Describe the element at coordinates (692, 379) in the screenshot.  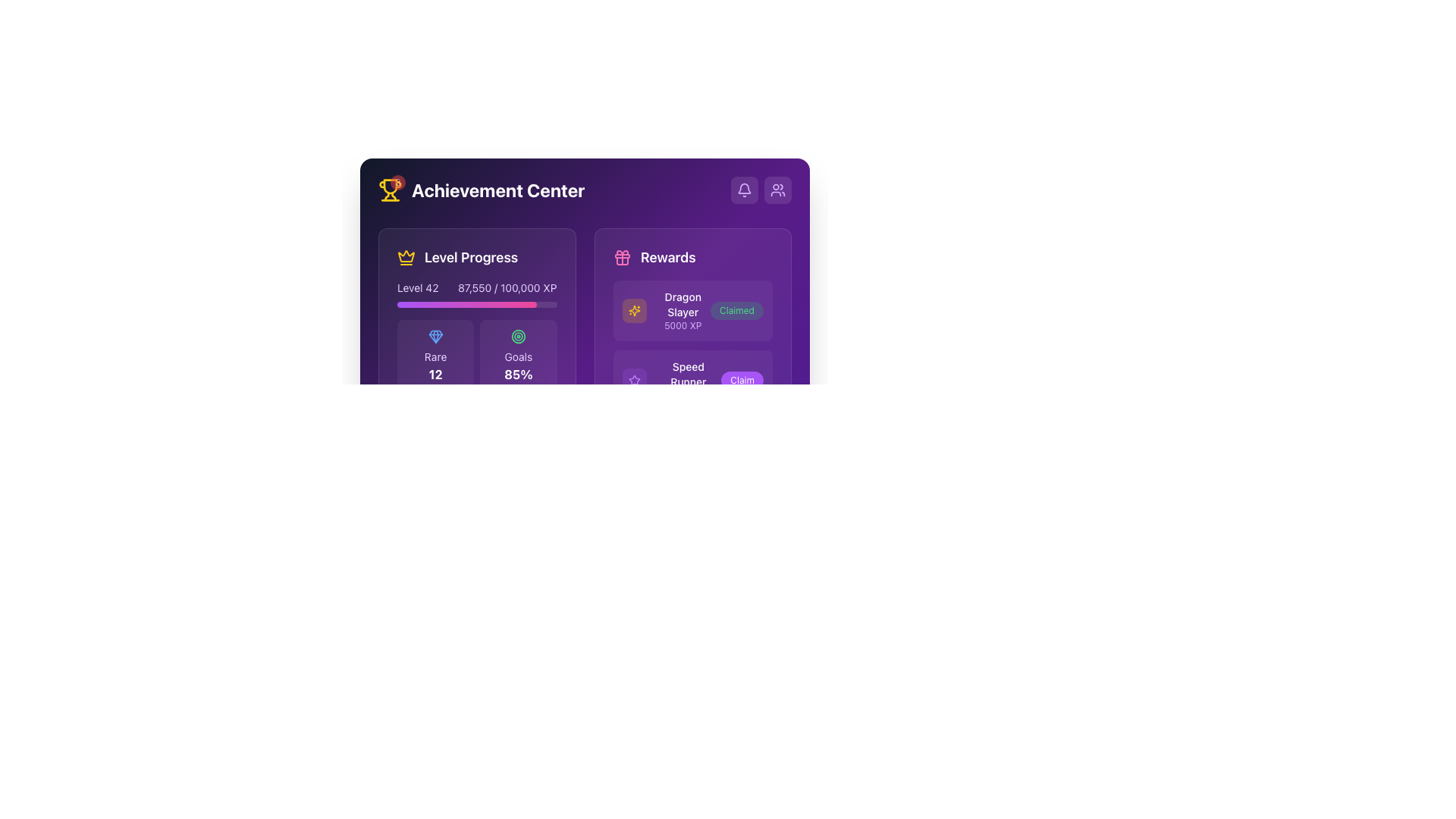
I see `the 'Claim' button of the second reward card labeled 'Speed Runner 3000 XP'` at that location.